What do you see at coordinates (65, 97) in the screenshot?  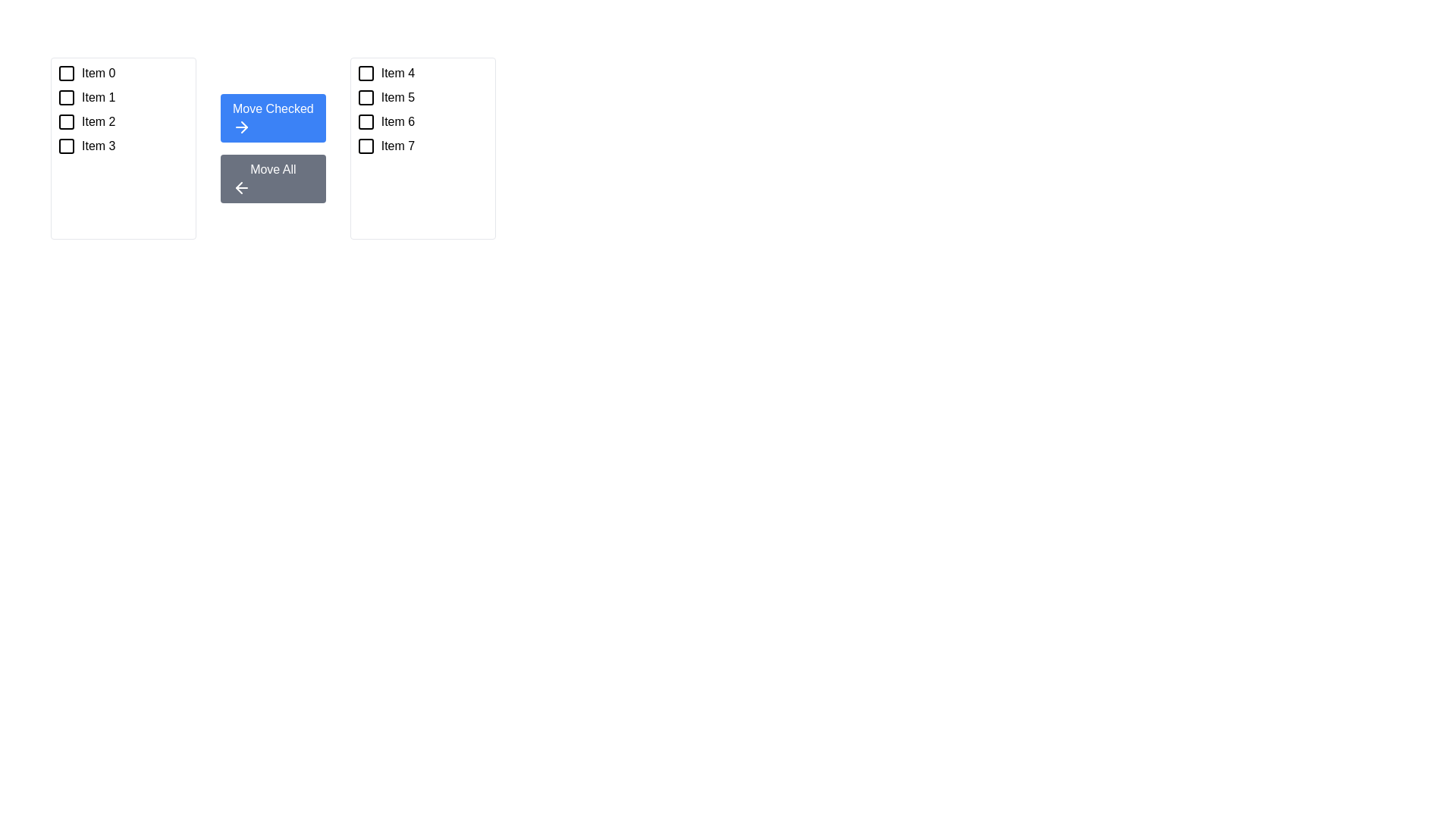 I see `the checkbox associated with 'Item 1'` at bounding box center [65, 97].